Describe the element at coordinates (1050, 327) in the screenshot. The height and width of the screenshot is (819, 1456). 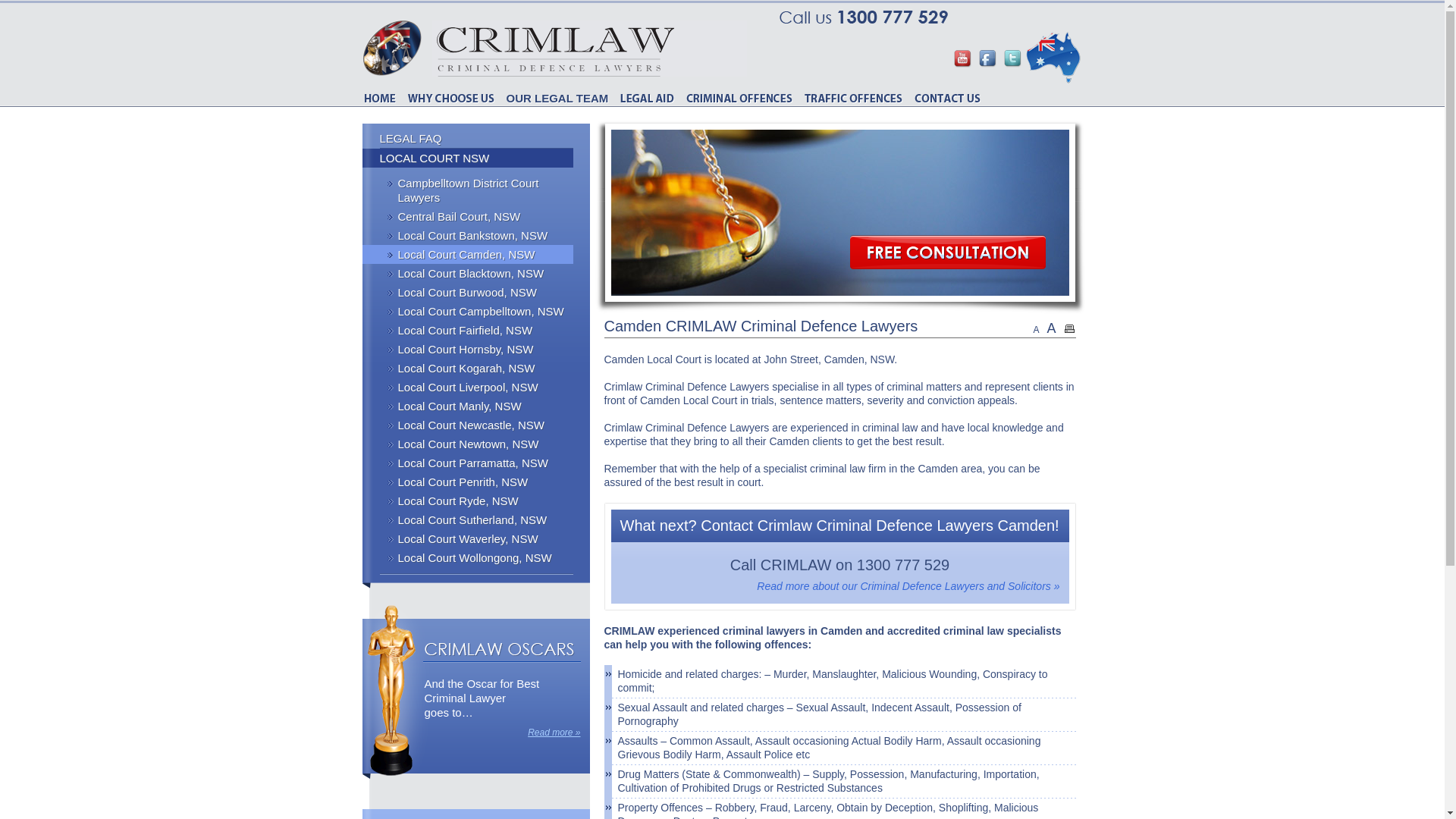
I see `'A'` at that location.